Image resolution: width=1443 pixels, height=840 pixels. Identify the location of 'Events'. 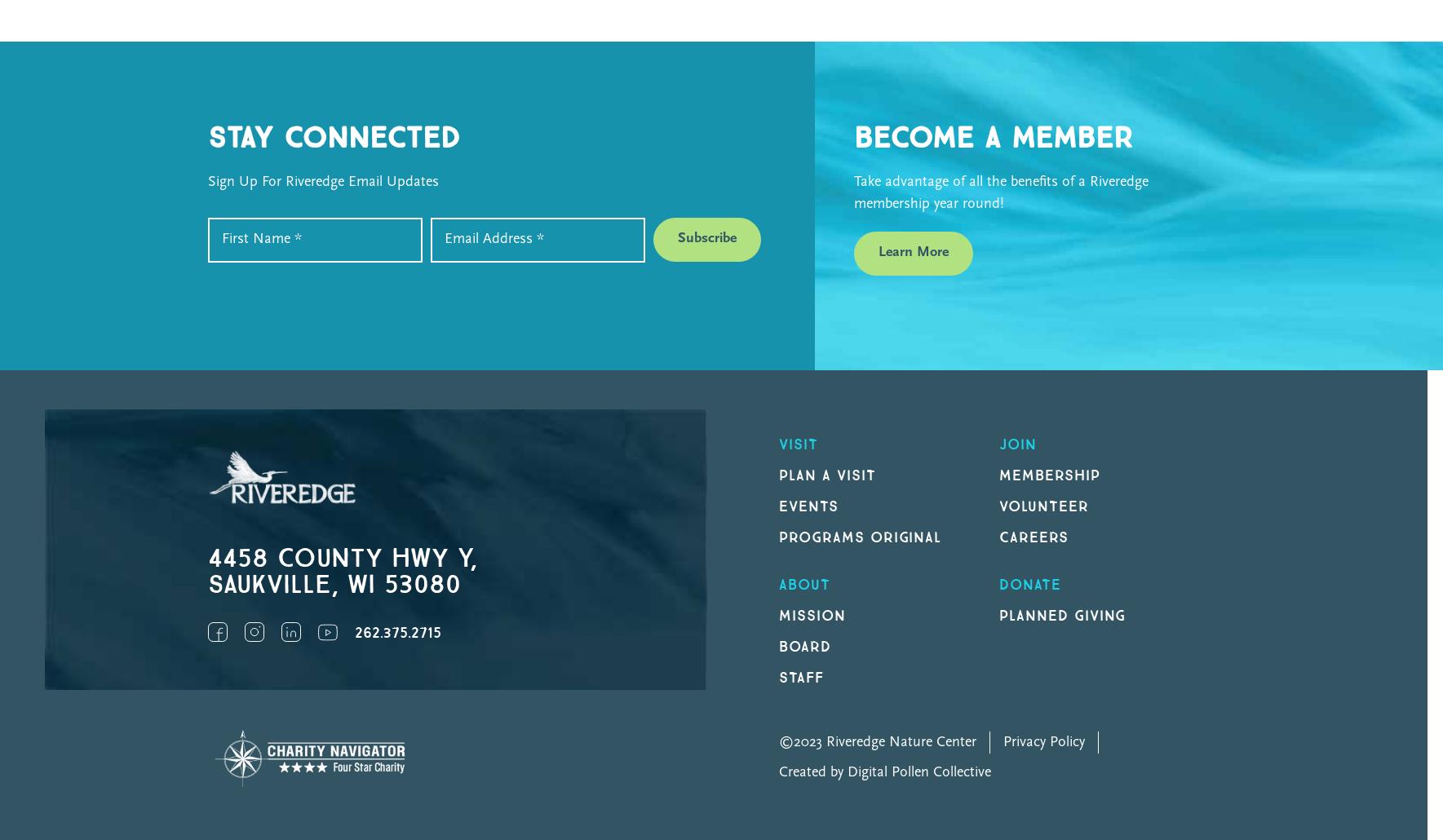
(779, 505).